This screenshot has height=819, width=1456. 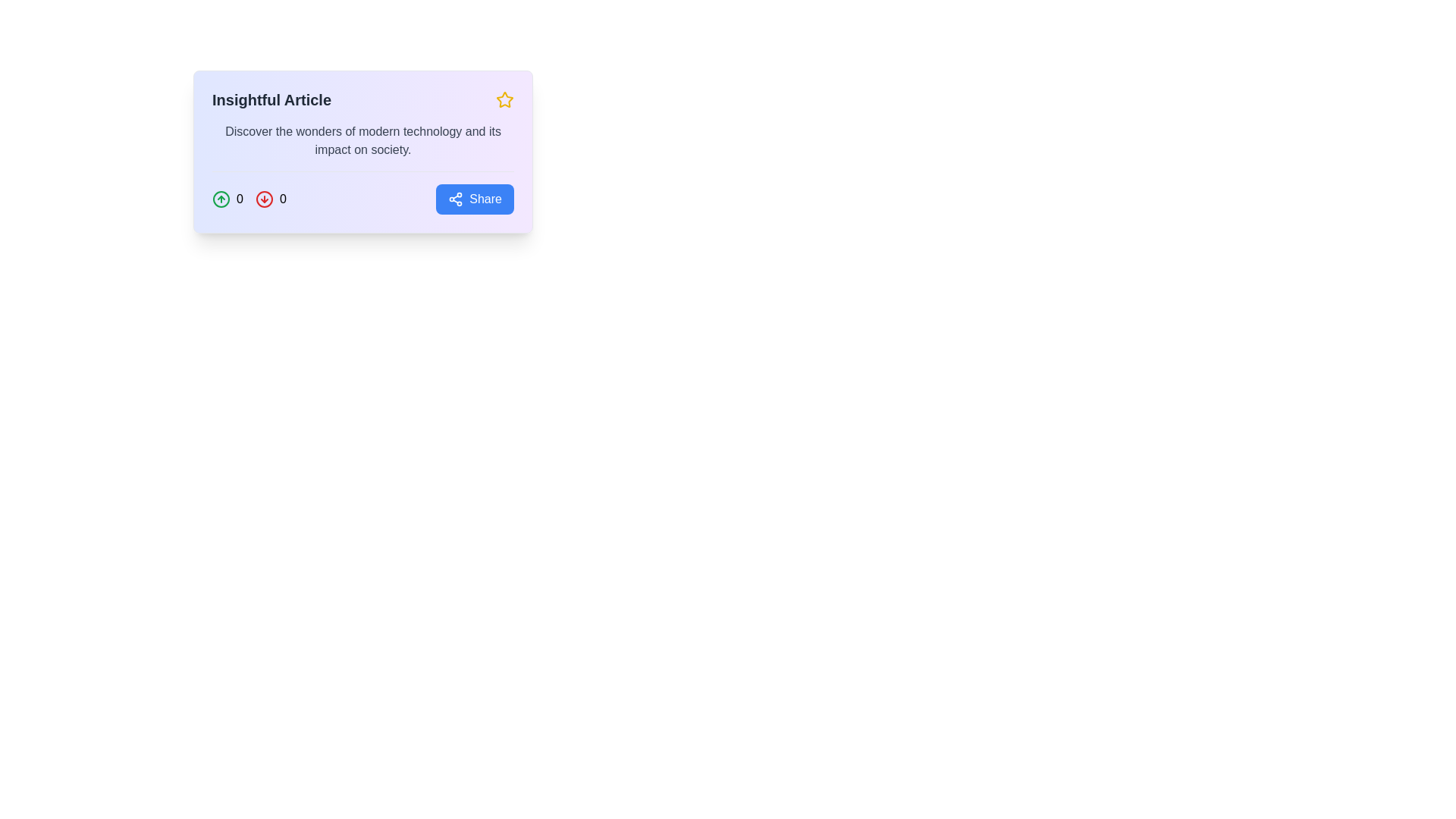 I want to click on the decrement button which is represented by a red circular arrow down icon and the digit '0' to its right, indicating a decrement operation, so click(x=271, y=198).